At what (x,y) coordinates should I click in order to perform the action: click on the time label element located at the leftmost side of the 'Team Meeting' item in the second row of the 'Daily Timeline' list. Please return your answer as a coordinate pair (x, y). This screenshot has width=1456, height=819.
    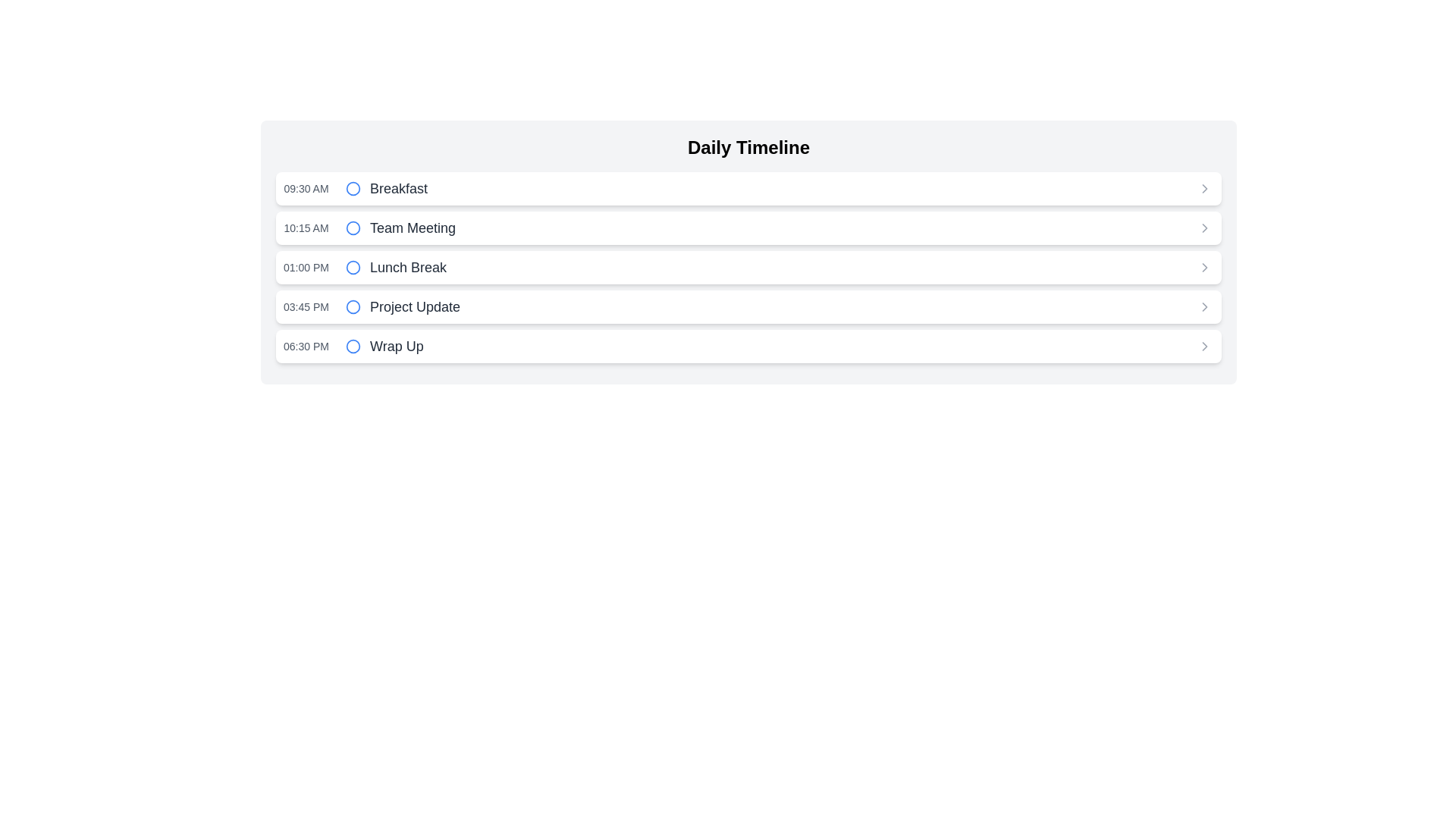
    Looking at the image, I should click on (305, 227).